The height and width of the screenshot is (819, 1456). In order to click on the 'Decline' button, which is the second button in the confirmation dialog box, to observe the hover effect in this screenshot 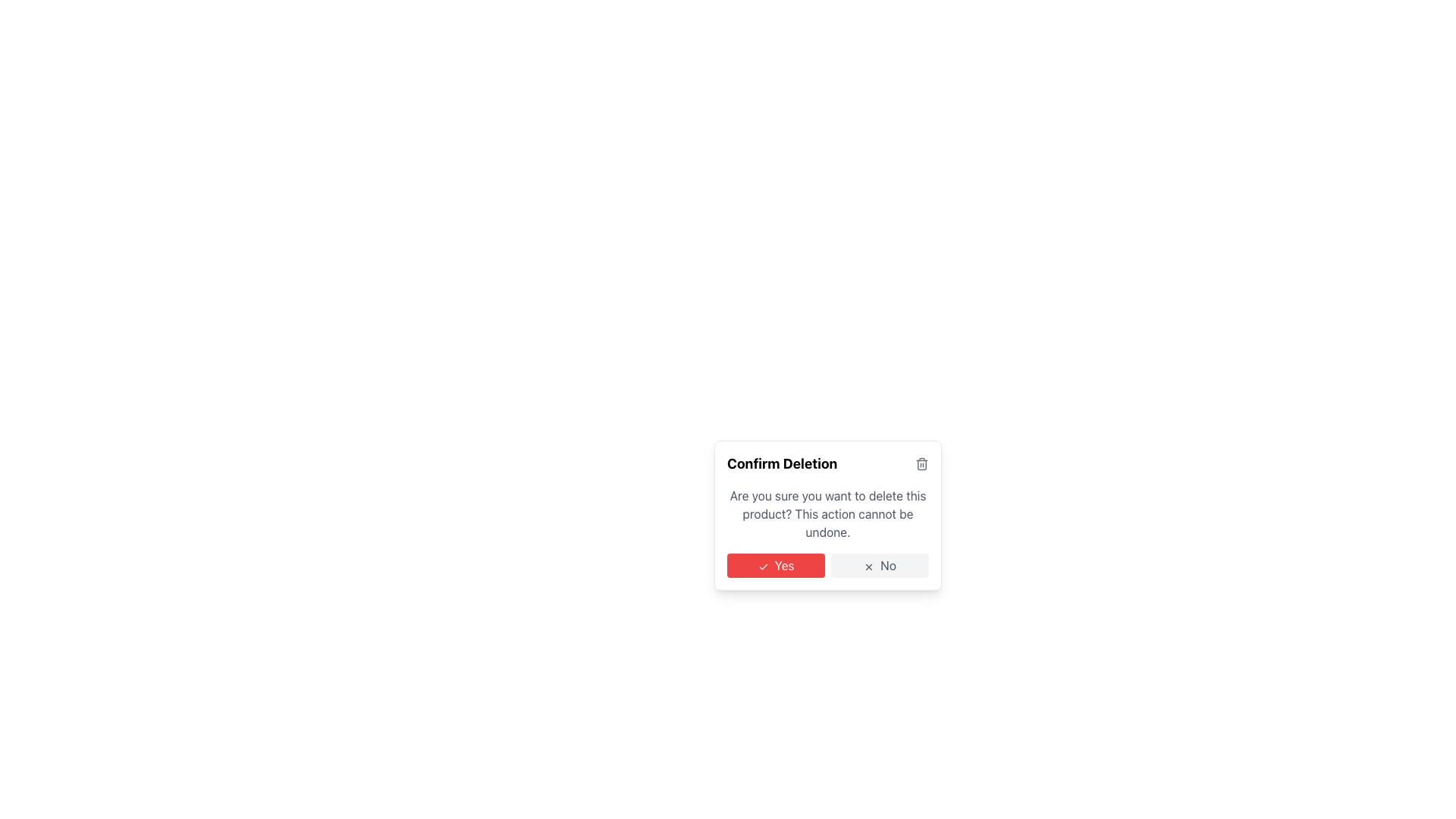, I will do `click(880, 565)`.